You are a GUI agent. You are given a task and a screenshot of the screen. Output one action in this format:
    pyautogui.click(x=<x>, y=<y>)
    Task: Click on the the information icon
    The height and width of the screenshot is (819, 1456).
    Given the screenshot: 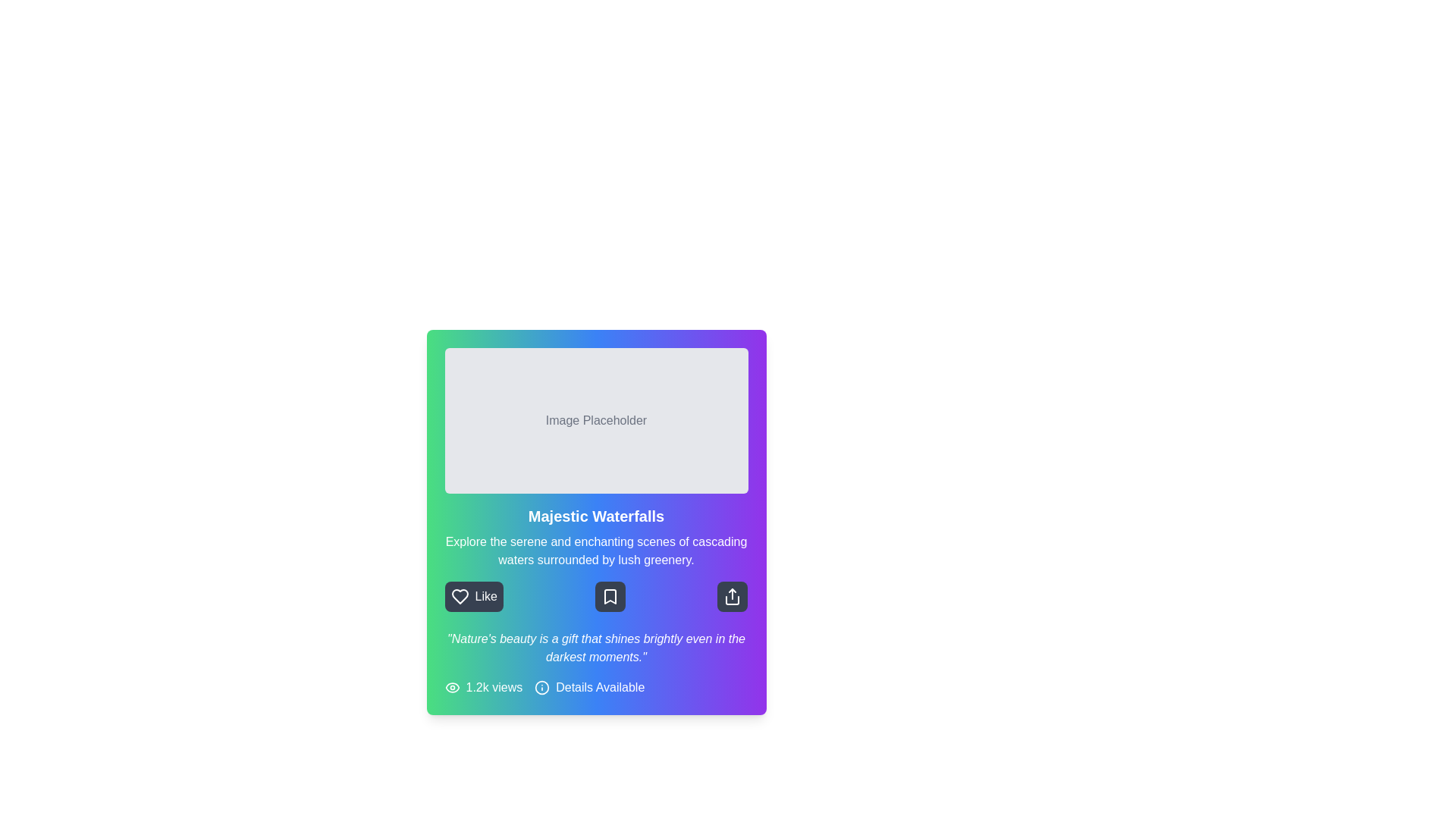 What is the action you would take?
    pyautogui.click(x=542, y=687)
    